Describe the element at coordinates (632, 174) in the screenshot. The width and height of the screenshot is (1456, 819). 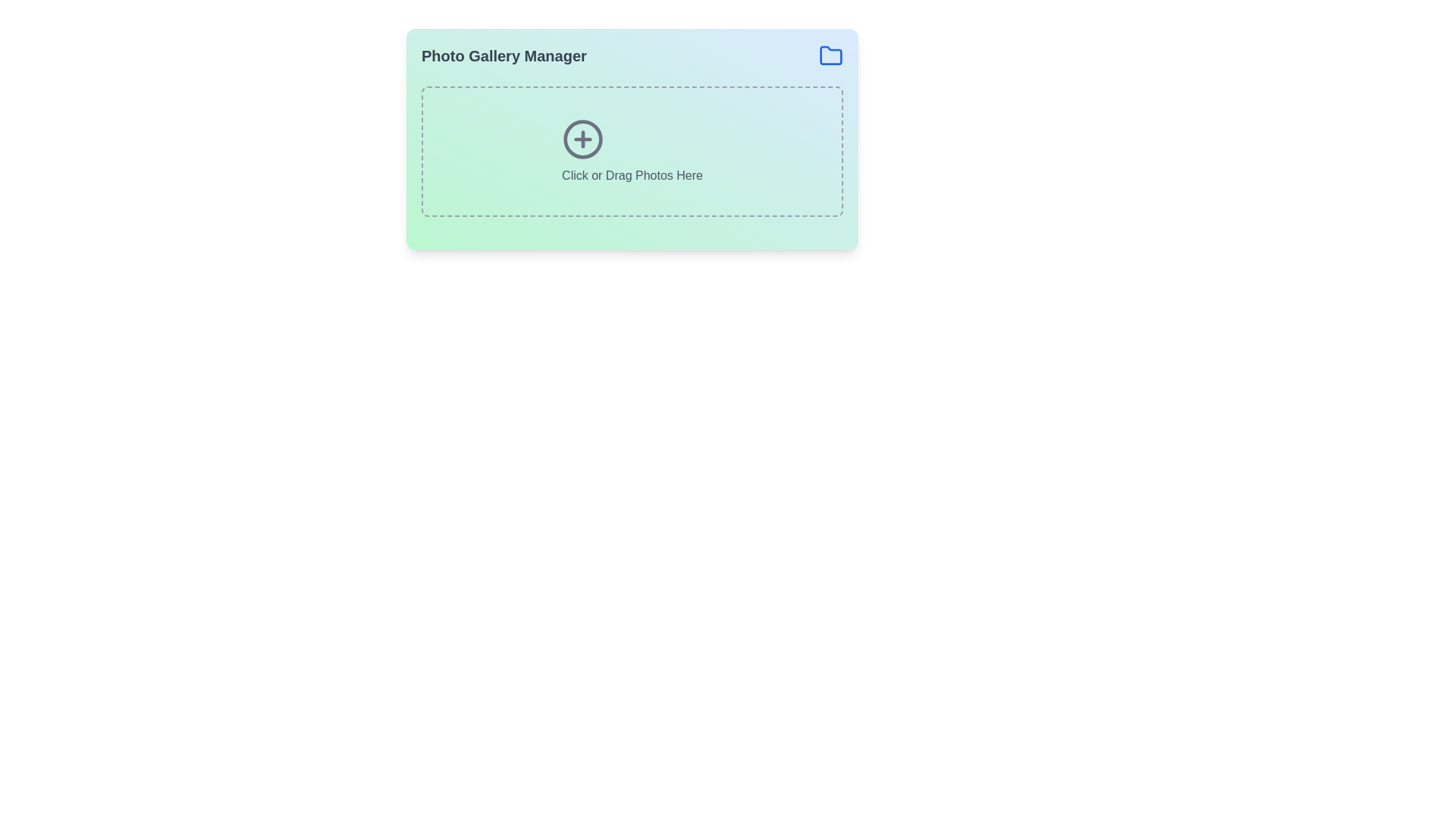
I see `the guidance text label for photo upload in the Photo Gallery Manager panel` at that location.